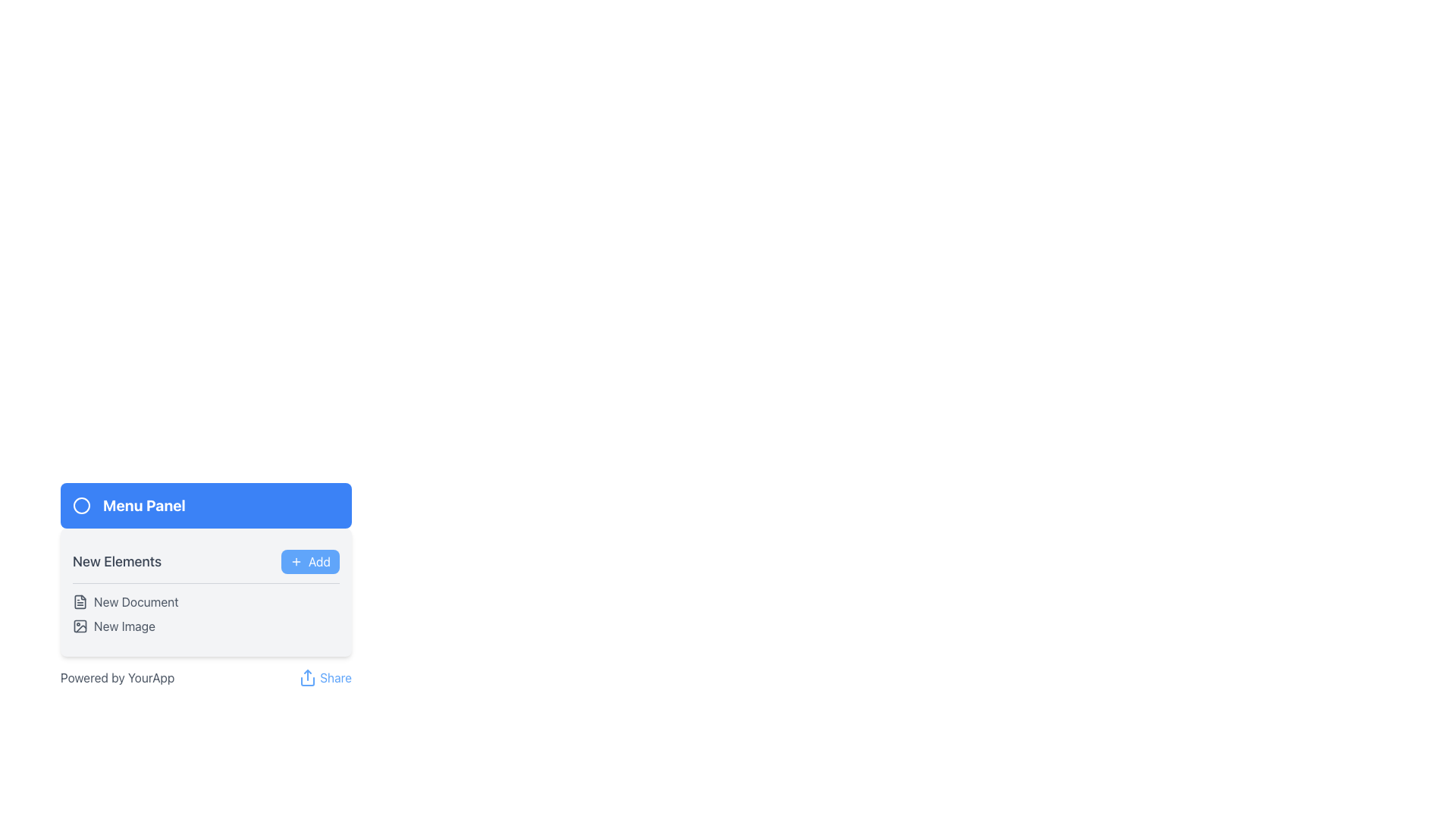 The image size is (1456, 819). Describe the element at coordinates (81, 506) in the screenshot. I see `the decorative or interactive indicator icon located to the far-left of the header section labeled 'Menu Panel'` at that location.